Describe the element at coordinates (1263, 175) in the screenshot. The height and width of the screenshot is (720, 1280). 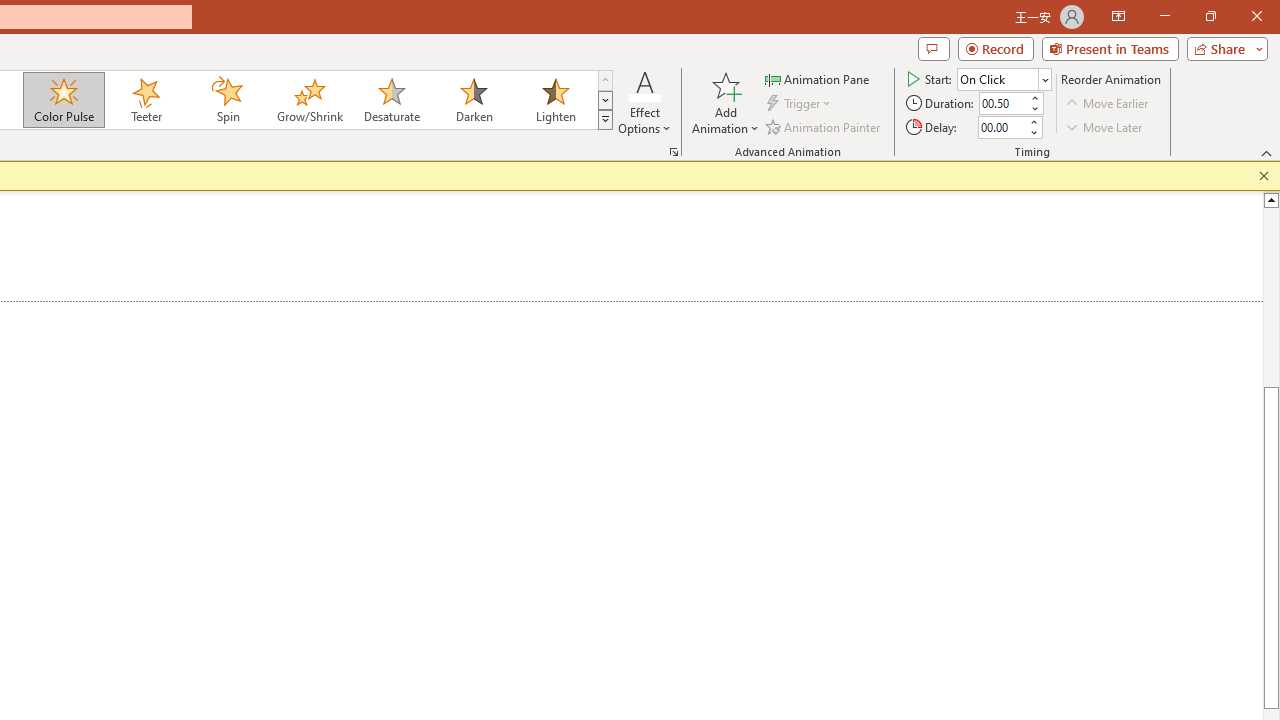
I see `'Close this message'` at that location.